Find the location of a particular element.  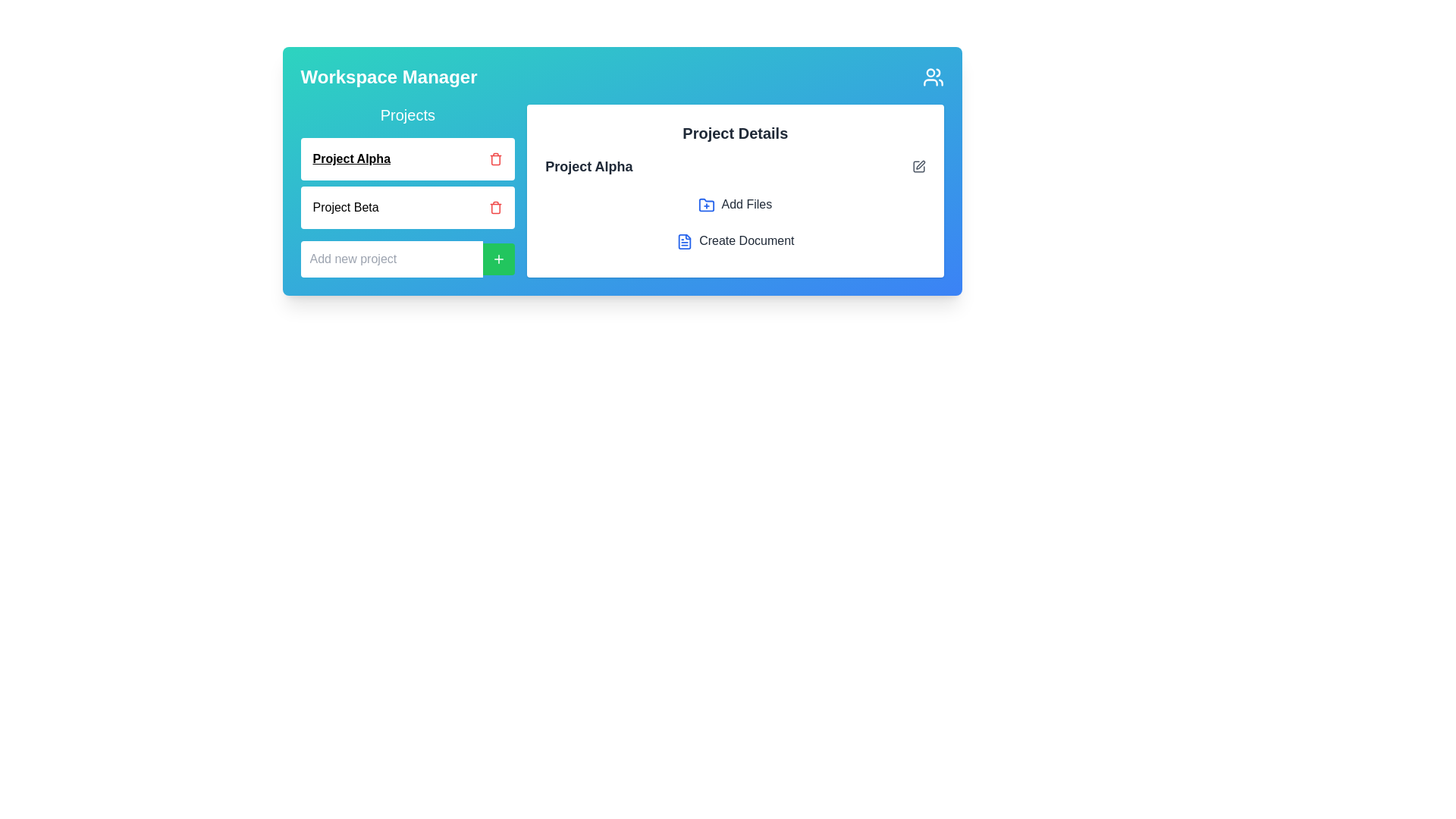

the blue file icon located to the left of the 'Create Document' label in the 'Project Details' section is located at coordinates (684, 240).